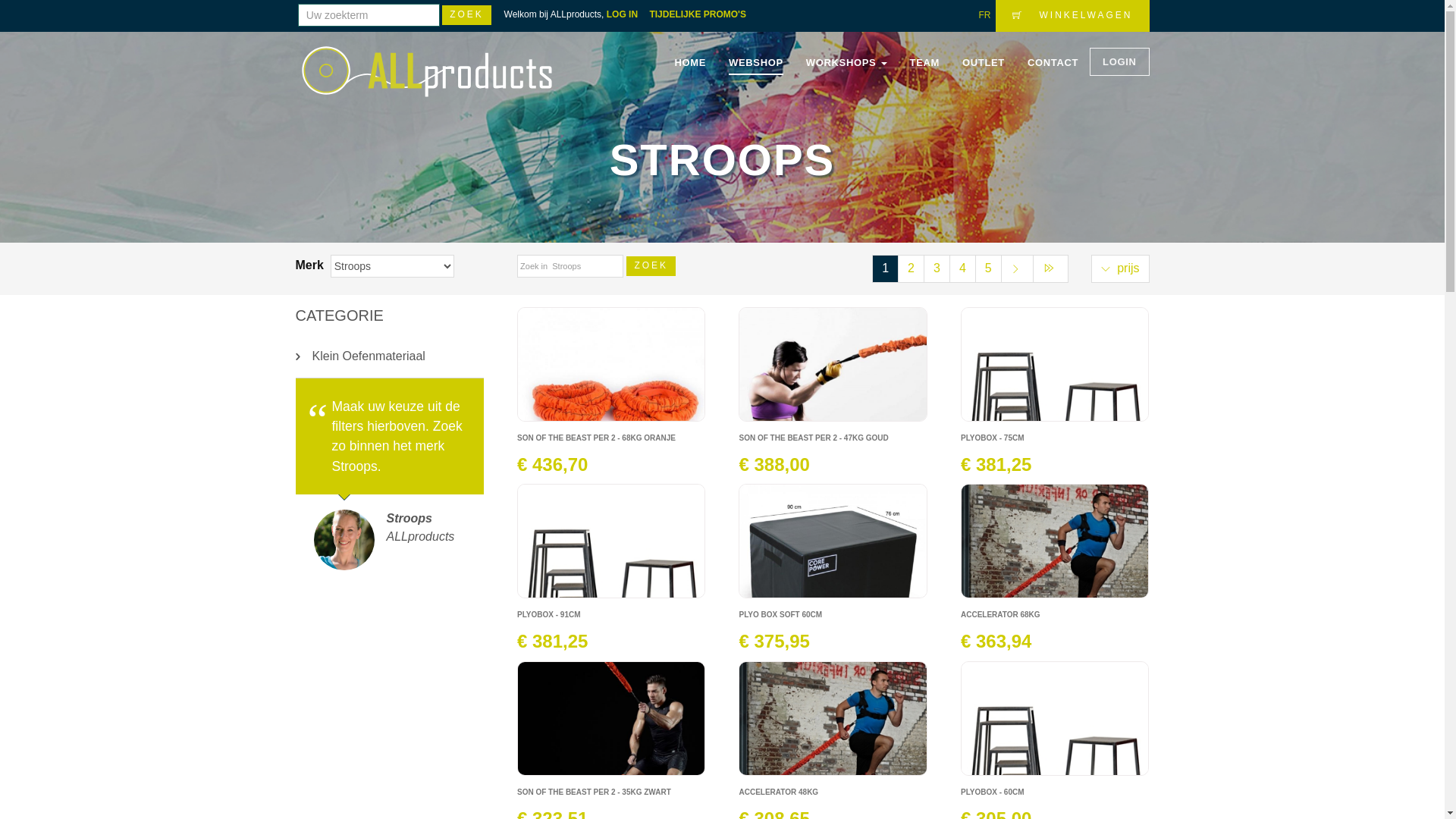 This screenshot has height=819, width=1456. Describe the element at coordinates (1027, 62) in the screenshot. I see `'CONTACT'` at that location.